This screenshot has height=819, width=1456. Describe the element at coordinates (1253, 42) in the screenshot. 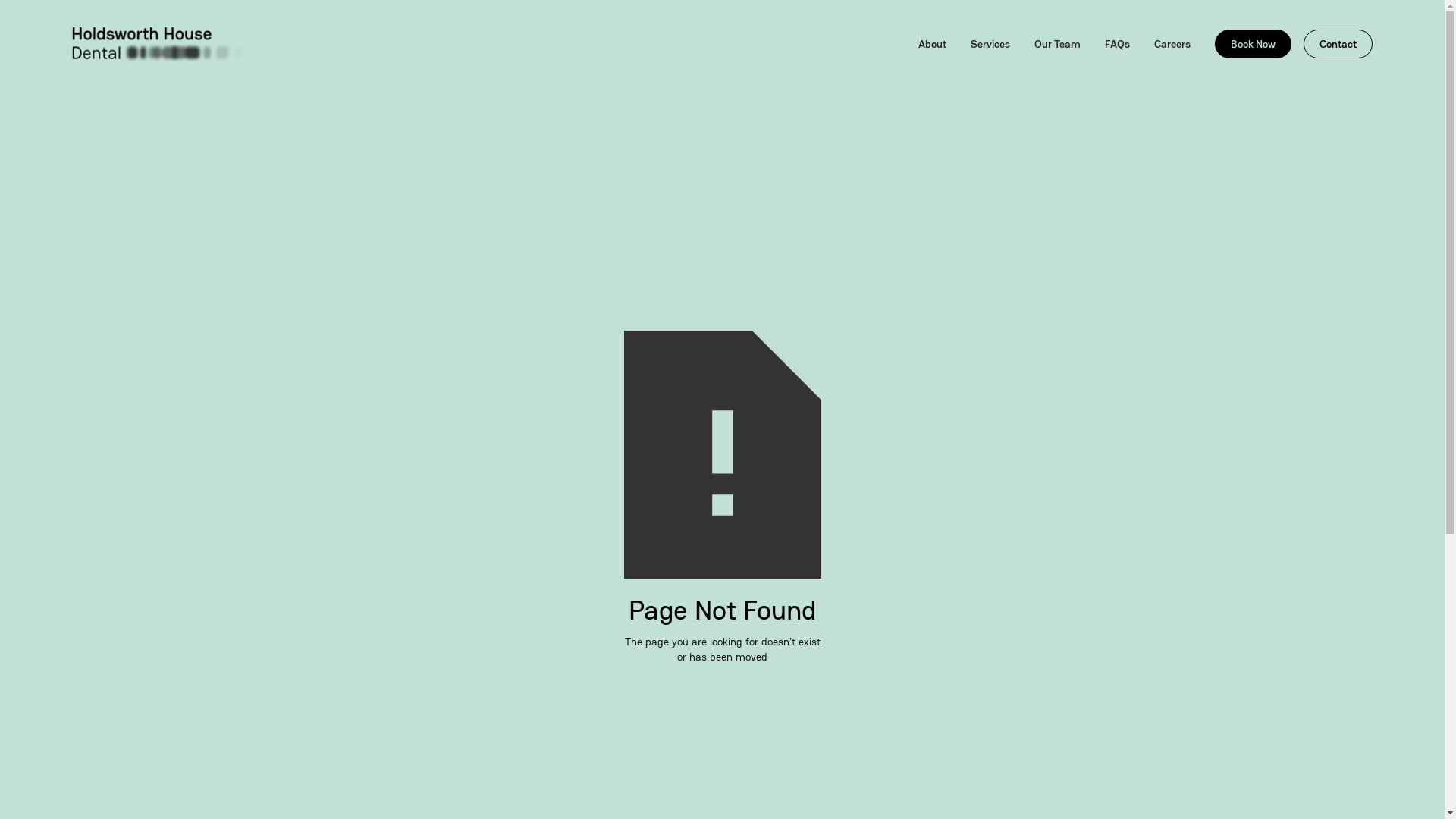

I see `'Book Now'` at that location.